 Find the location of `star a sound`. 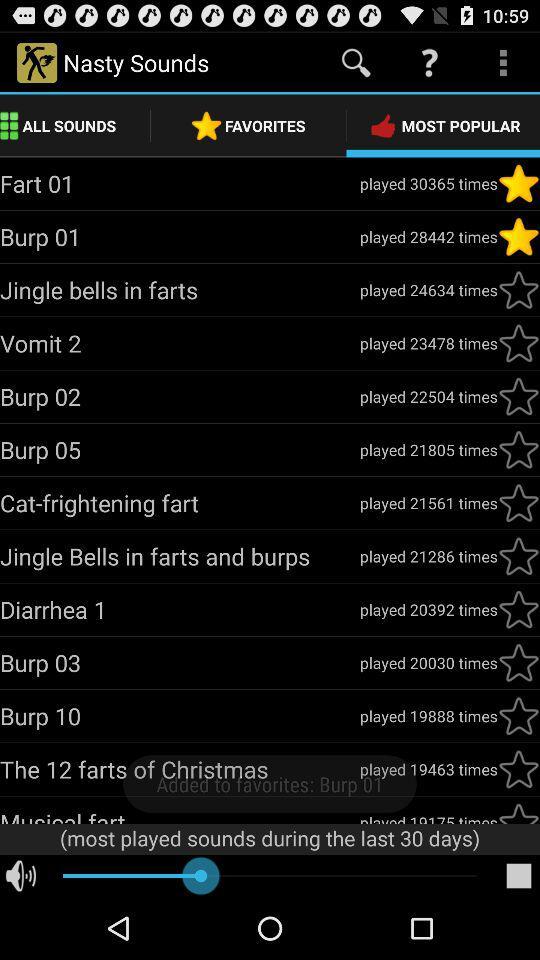

star a sound is located at coordinates (518, 183).